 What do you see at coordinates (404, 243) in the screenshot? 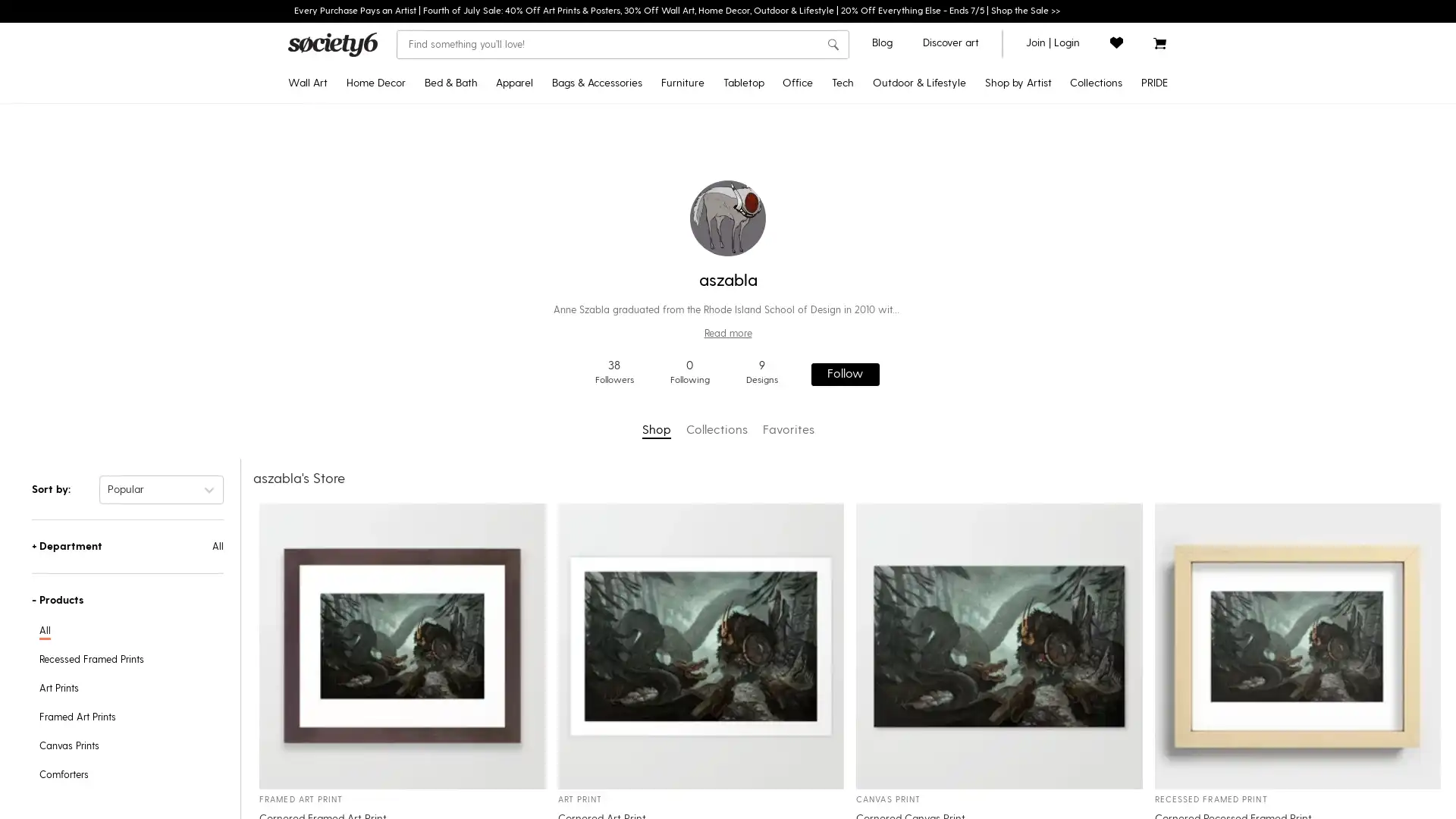
I see `Blackout Curtains` at bounding box center [404, 243].